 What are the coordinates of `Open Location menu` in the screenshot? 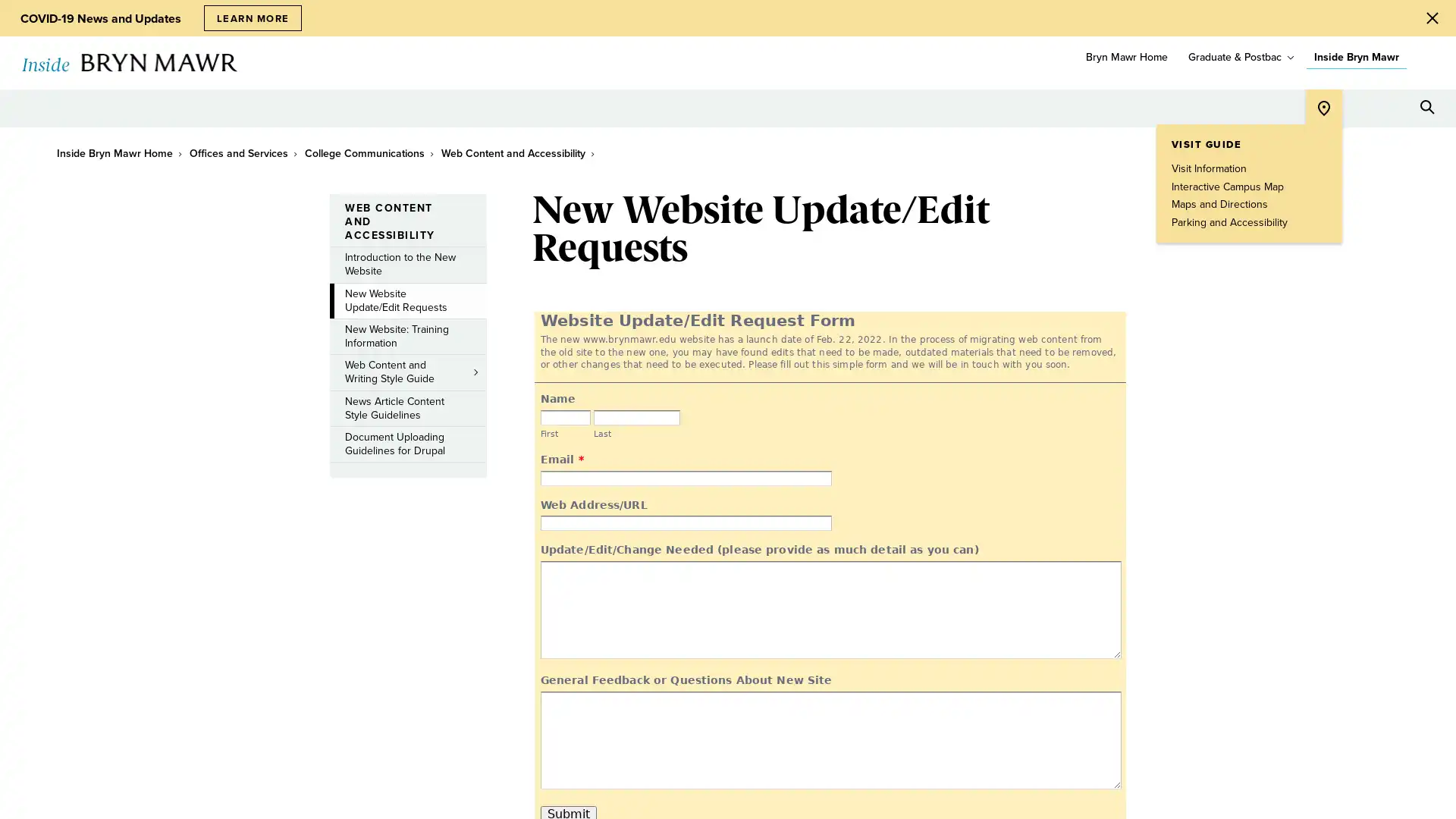 It's located at (1314, 105).